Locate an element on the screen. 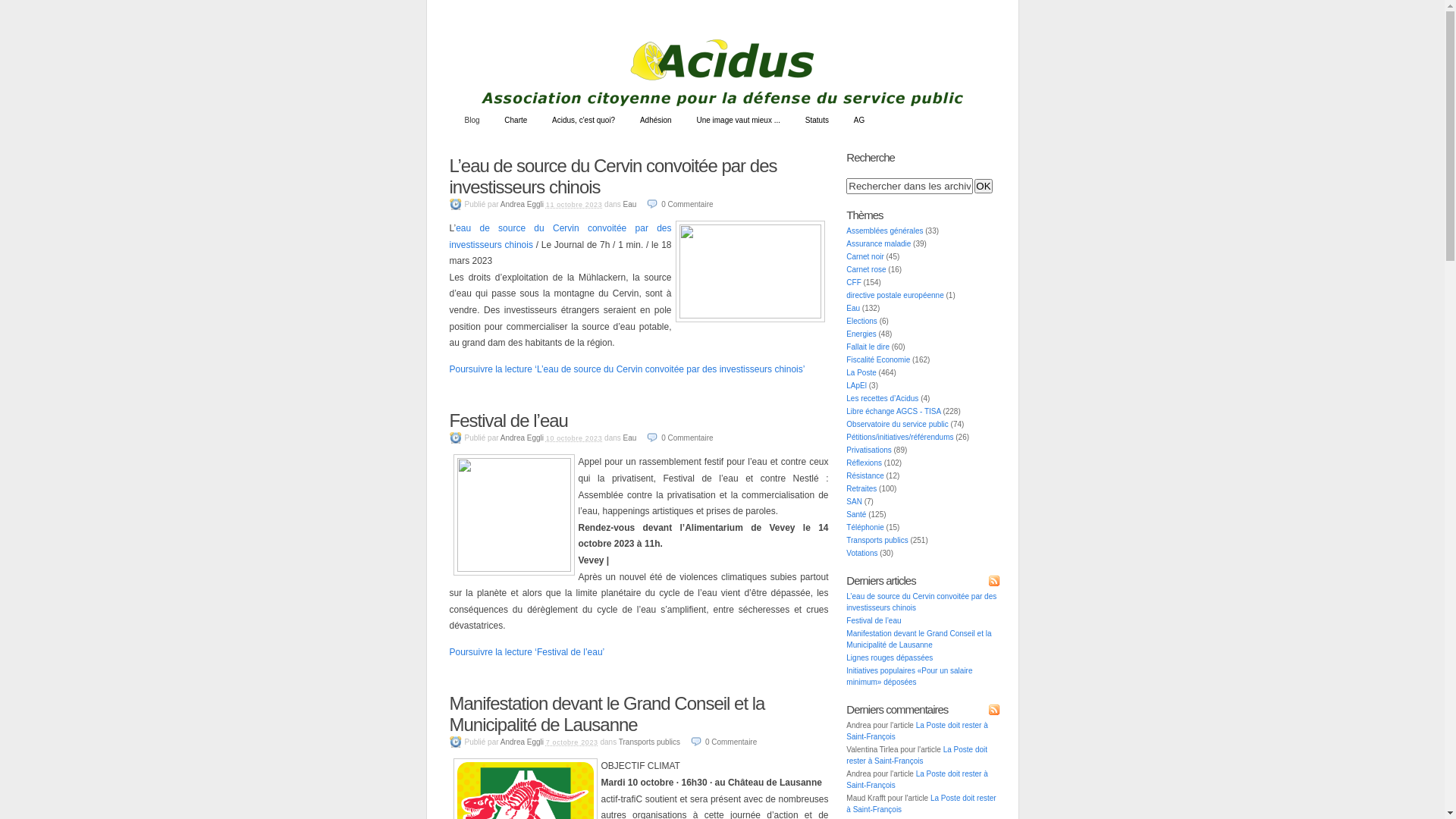 The image size is (1456, 819). 'Privatisations' is located at coordinates (868, 449).